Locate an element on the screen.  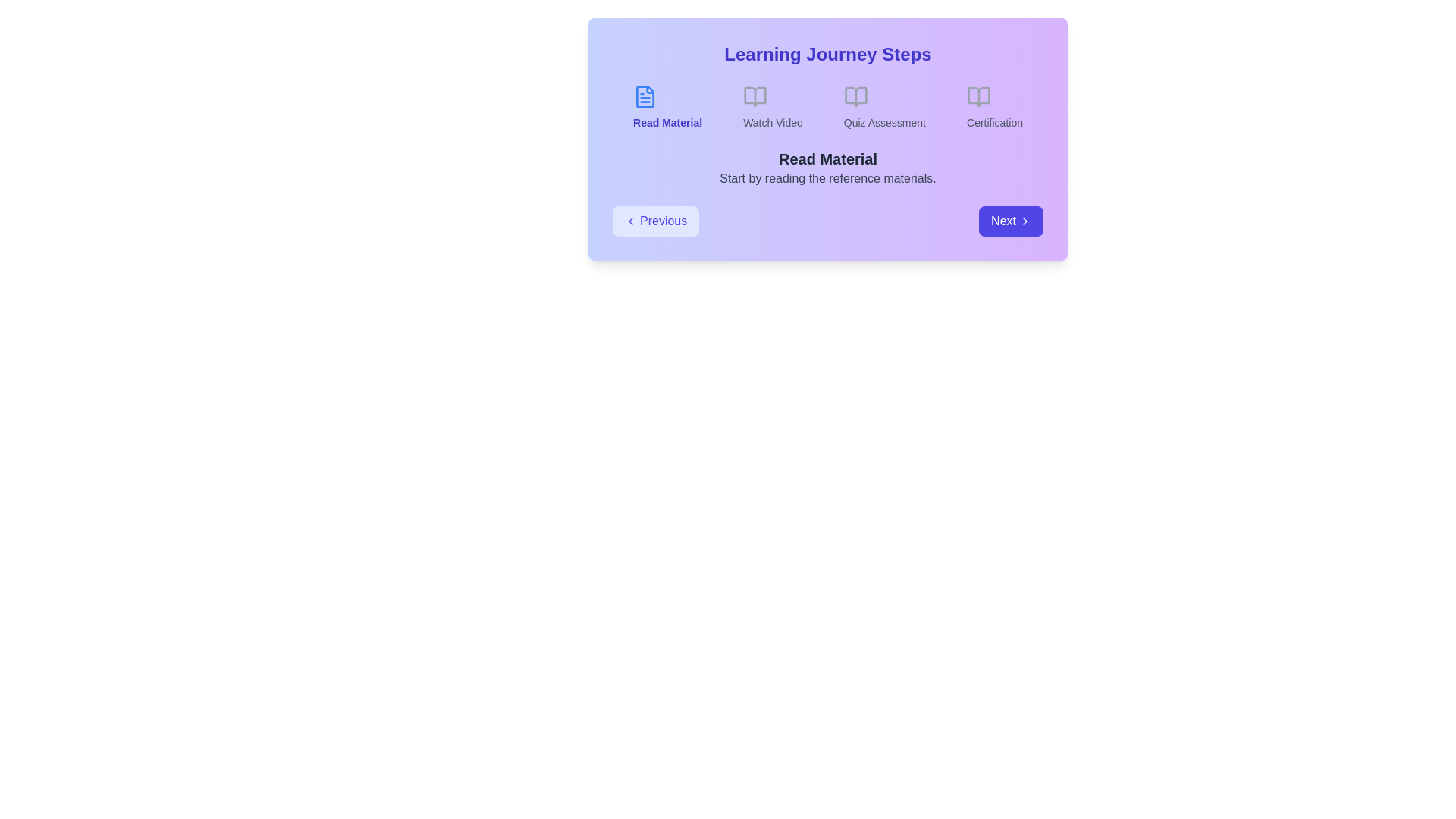
the third item in the horizontal row of the 'Learning Journey Steps' section, which likely serves as a navigation option or step indicator to proceed to the quiz assessment component is located at coordinates (884, 107).